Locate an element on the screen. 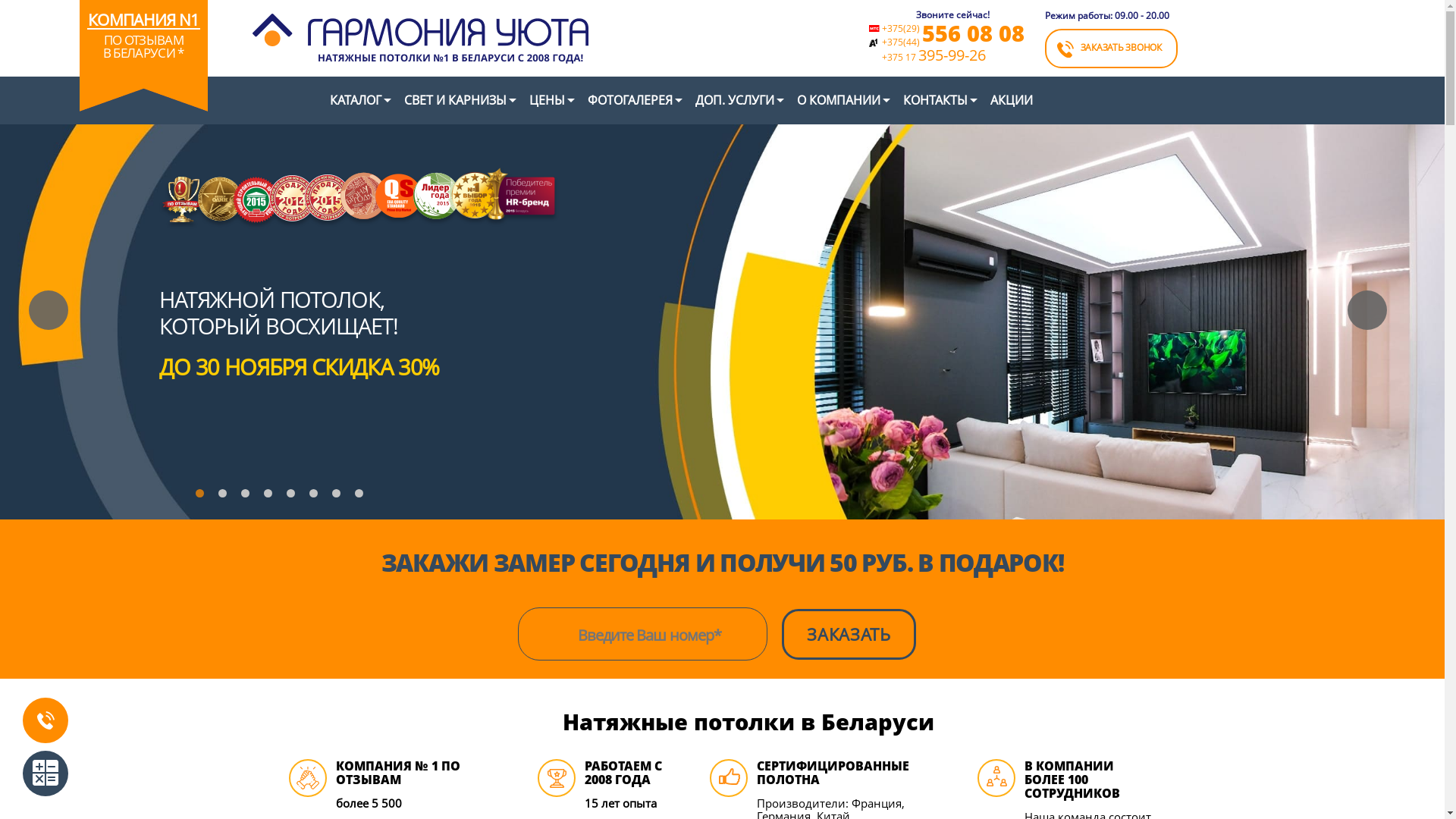  '+375(29)' is located at coordinates (880, 28).